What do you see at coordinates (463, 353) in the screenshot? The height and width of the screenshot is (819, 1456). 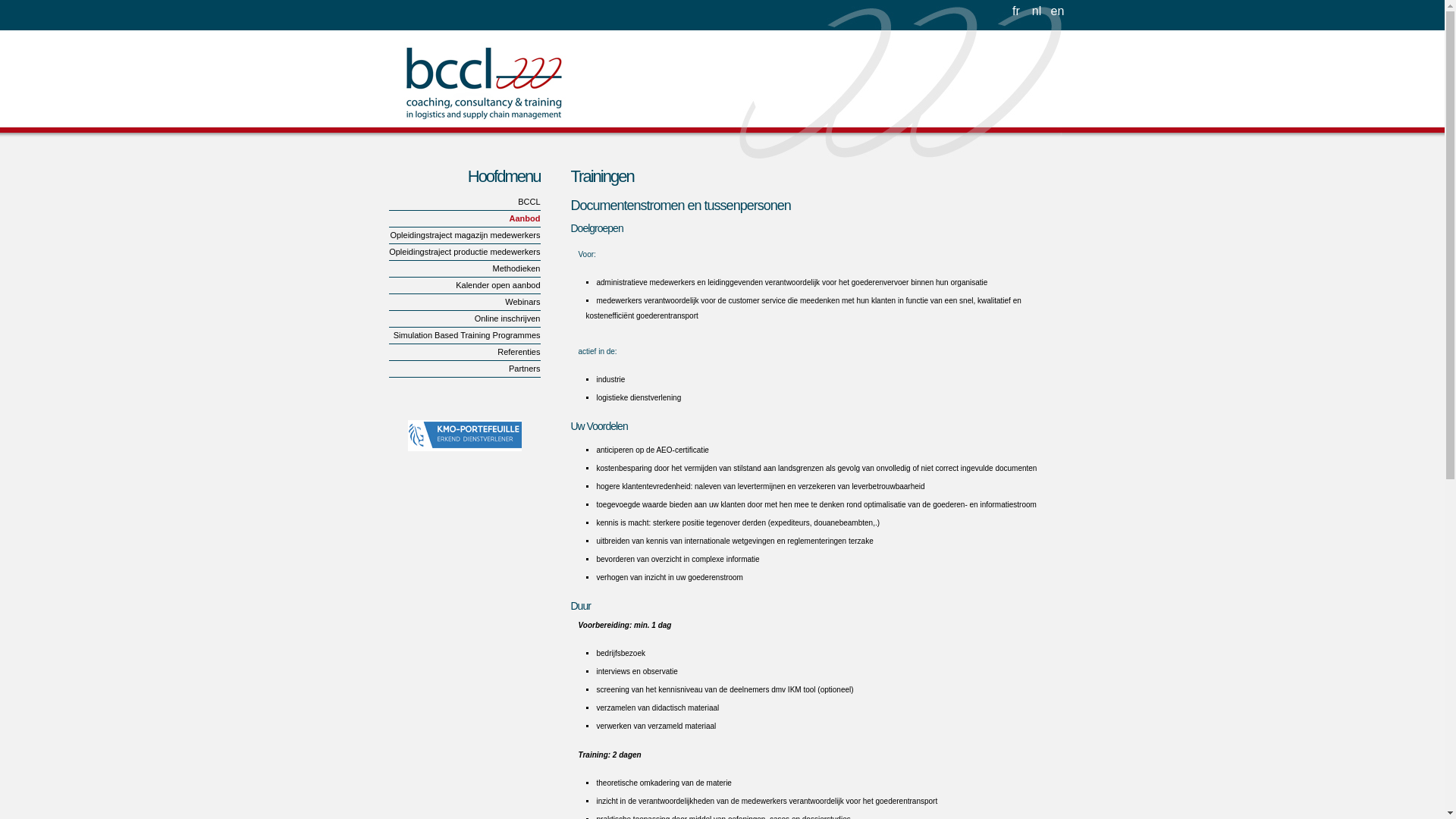 I see `'Referenties'` at bounding box center [463, 353].